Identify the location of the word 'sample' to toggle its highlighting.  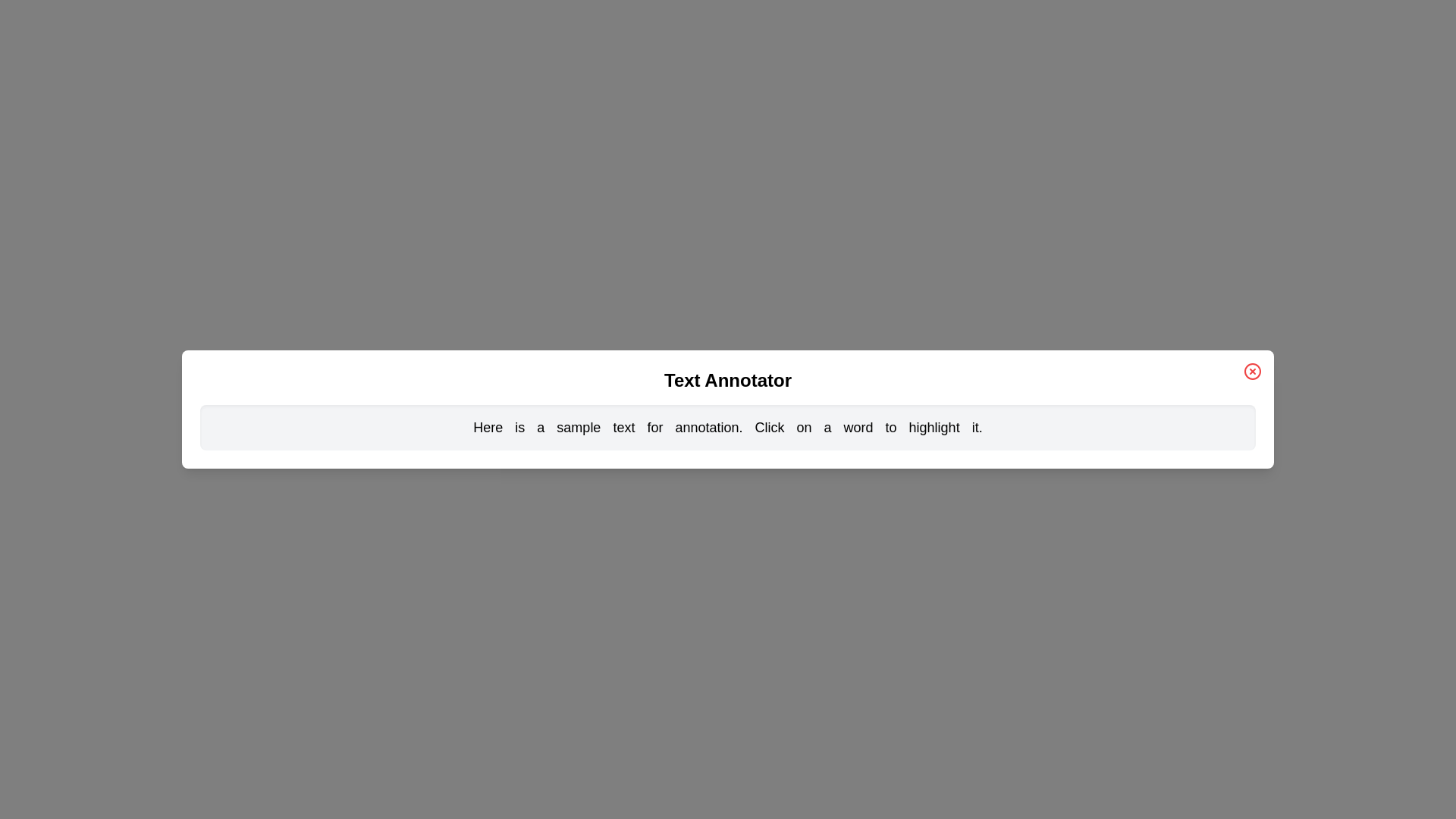
(578, 427).